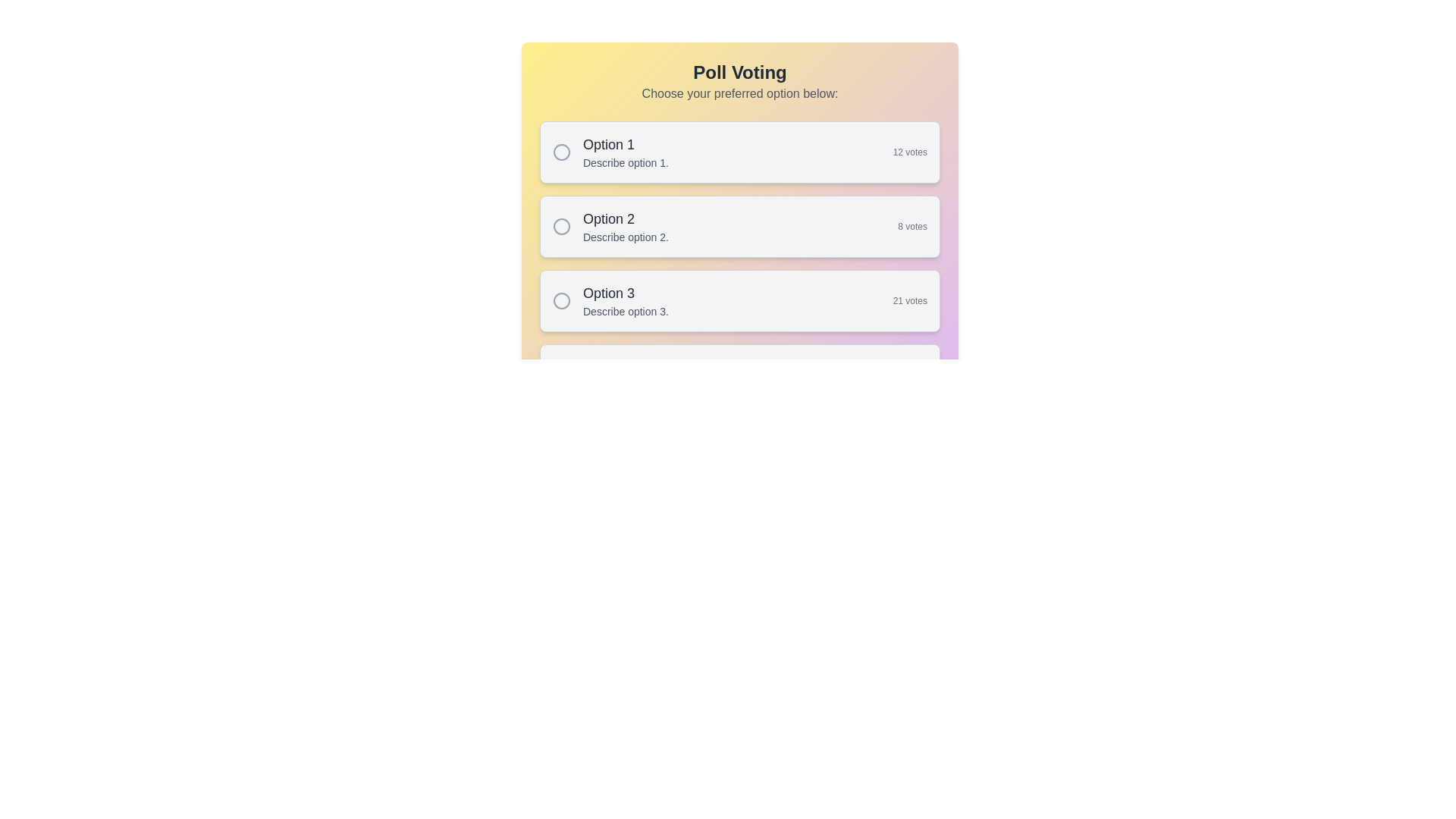  Describe the element at coordinates (739, 93) in the screenshot. I see `the static text label displaying 'Choose your preferred option below:' which is located below the 'Poll Voting' title` at that location.